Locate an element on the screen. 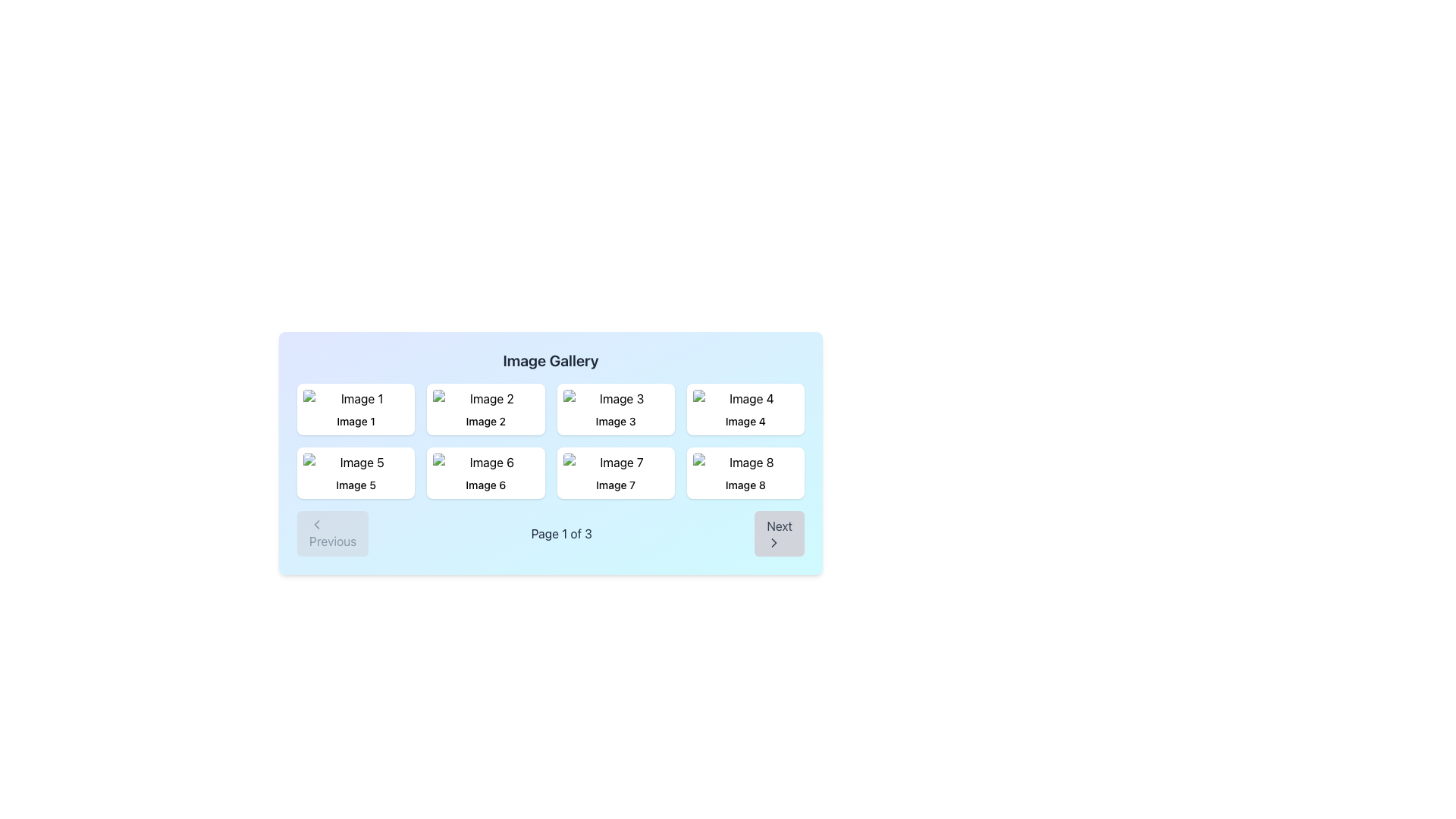 The width and height of the screenshot is (1456, 819). the second image card in the gallery that displays an image and its label is located at coordinates (485, 409).